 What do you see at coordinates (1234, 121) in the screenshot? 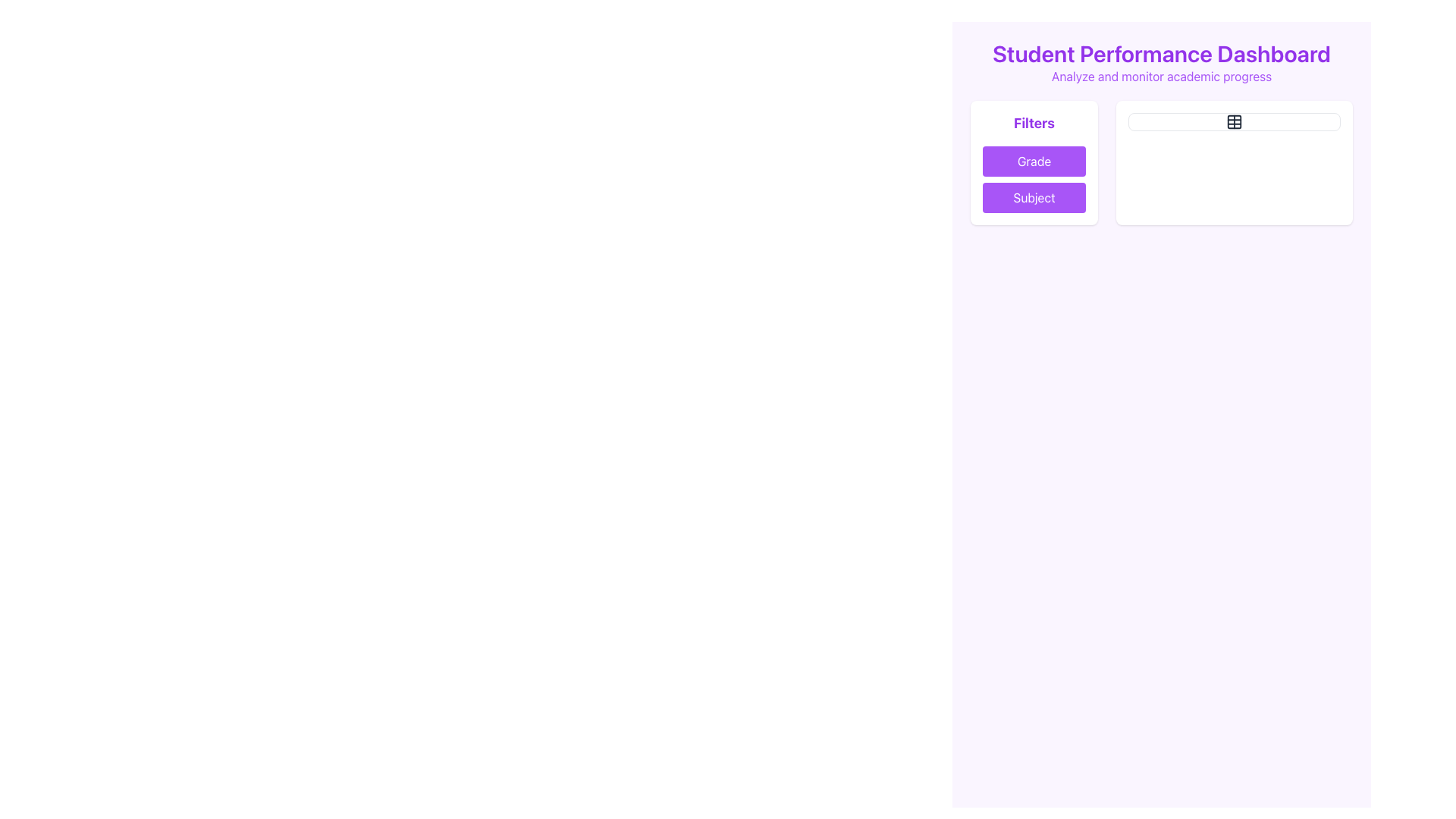
I see `the table/grid layout icon (SVG) located at the top center of the right-hand card in the interface` at bounding box center [1234, 121].